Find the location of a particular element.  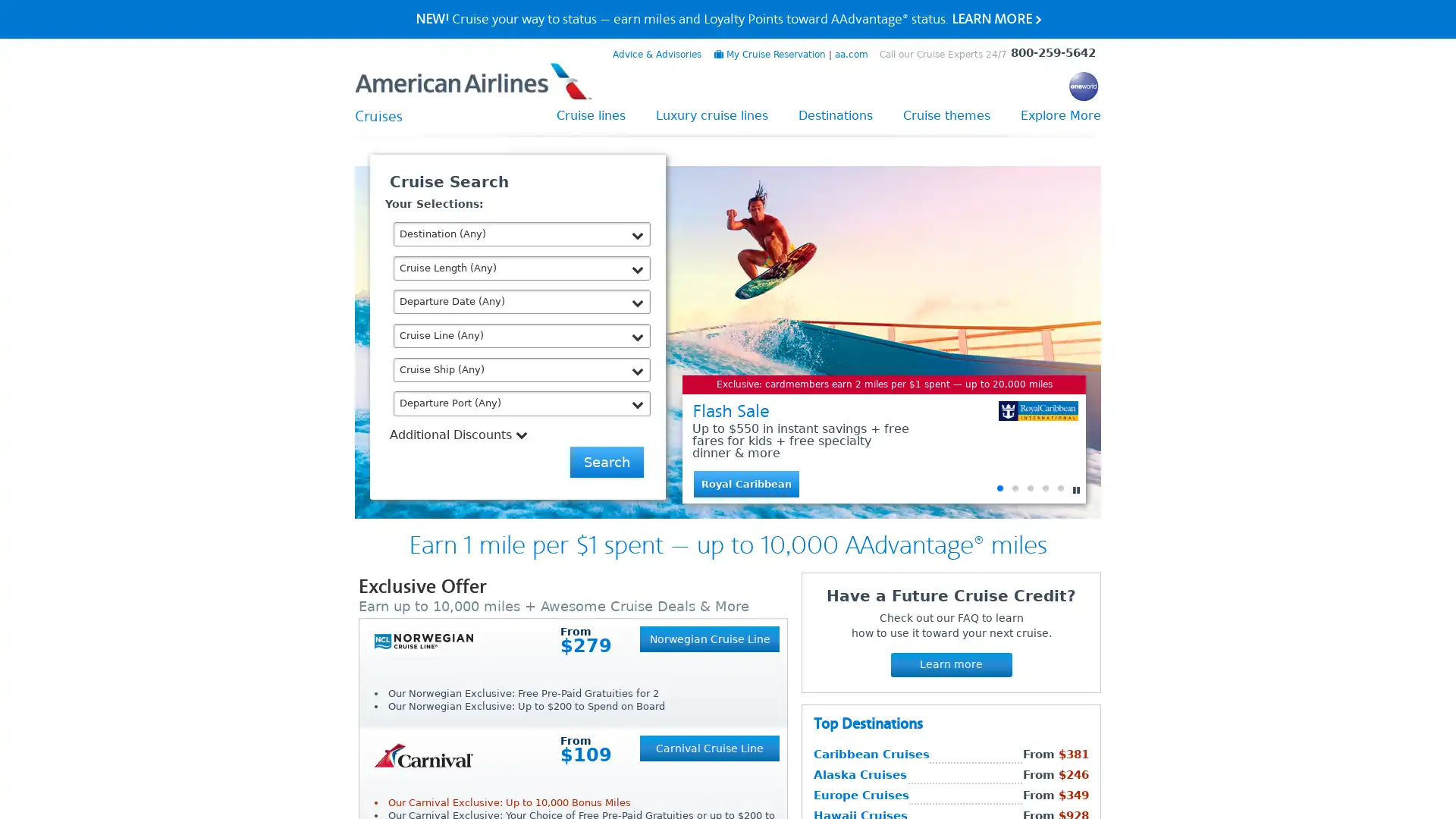

Send Me Deals is located at coordinates (611, 465).